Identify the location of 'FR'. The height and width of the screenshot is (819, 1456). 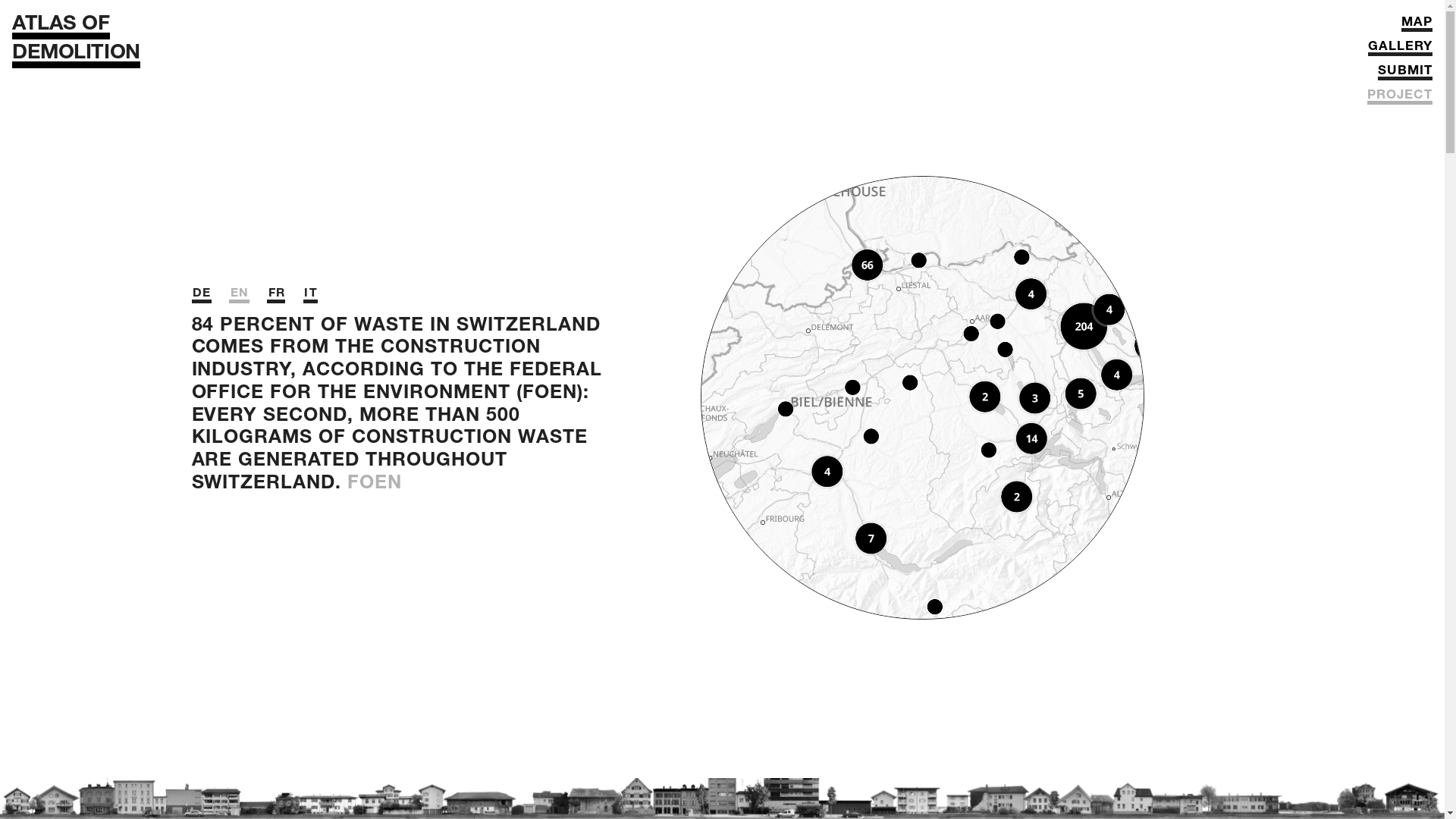
(276, 295).